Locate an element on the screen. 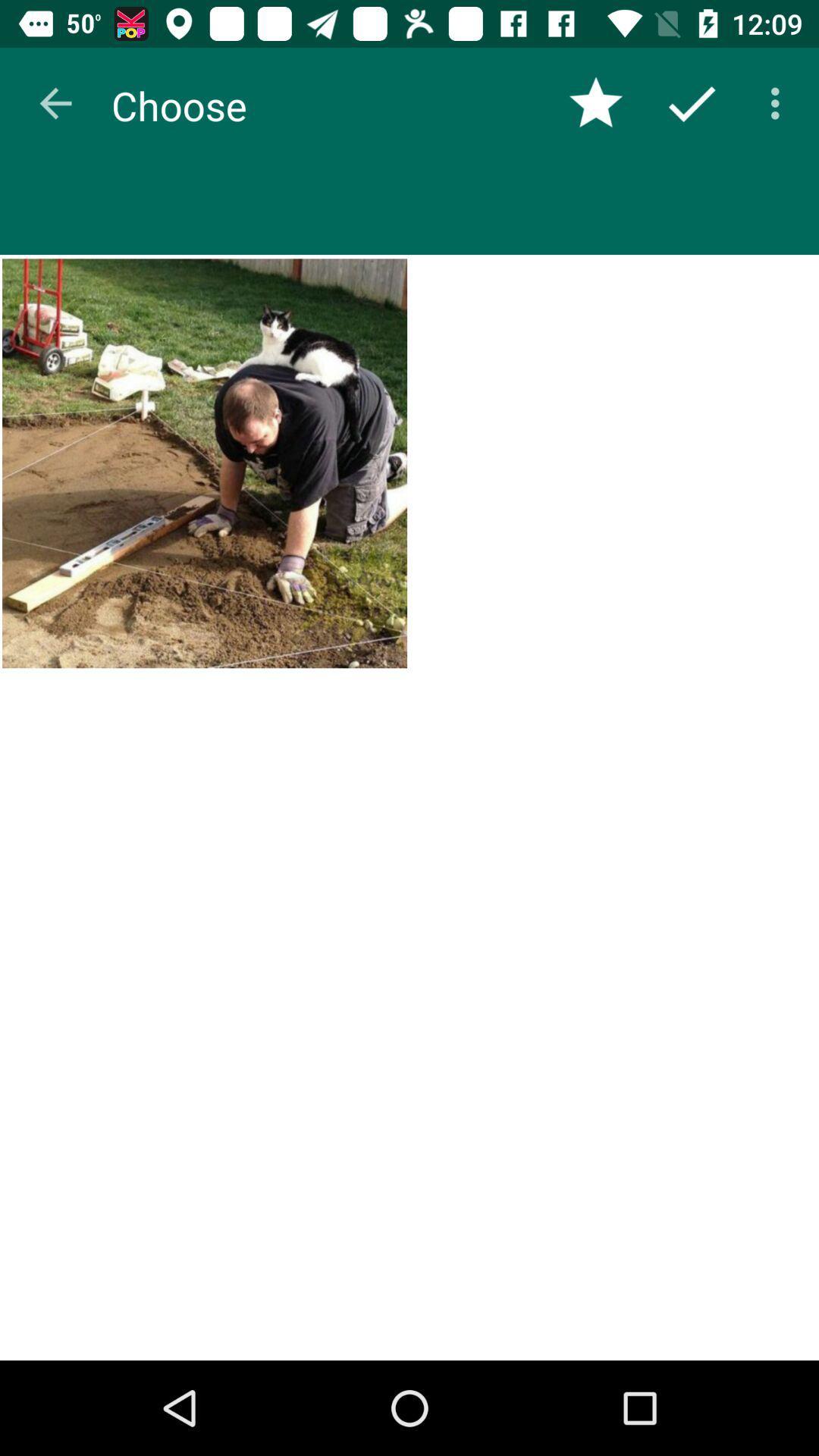 The image size is (819, 1456). icon to the right of choose is located at coordinates (595, 102).